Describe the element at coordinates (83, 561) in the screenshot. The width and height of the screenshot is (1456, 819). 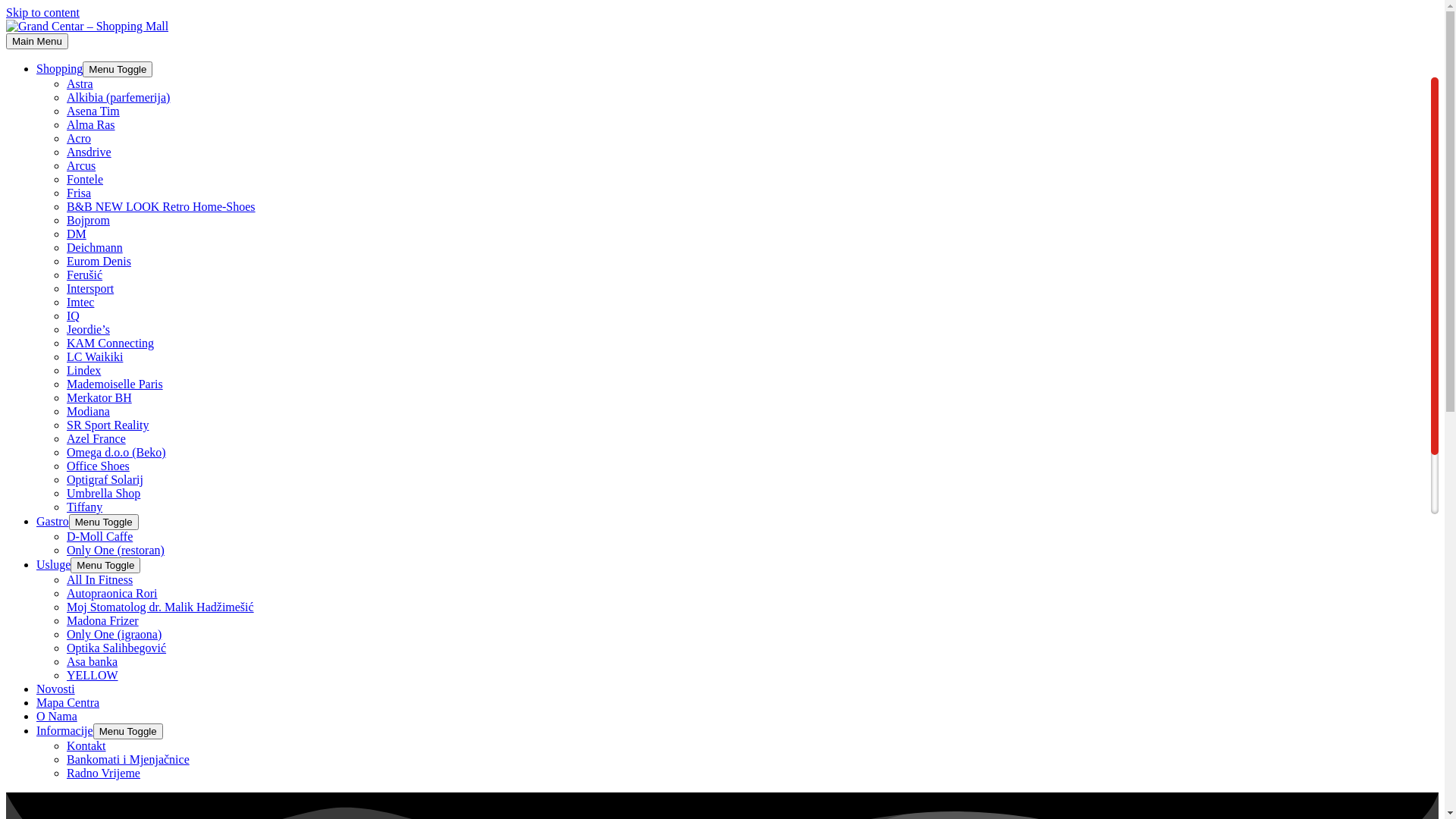
I see `'Wizard'` at that location.